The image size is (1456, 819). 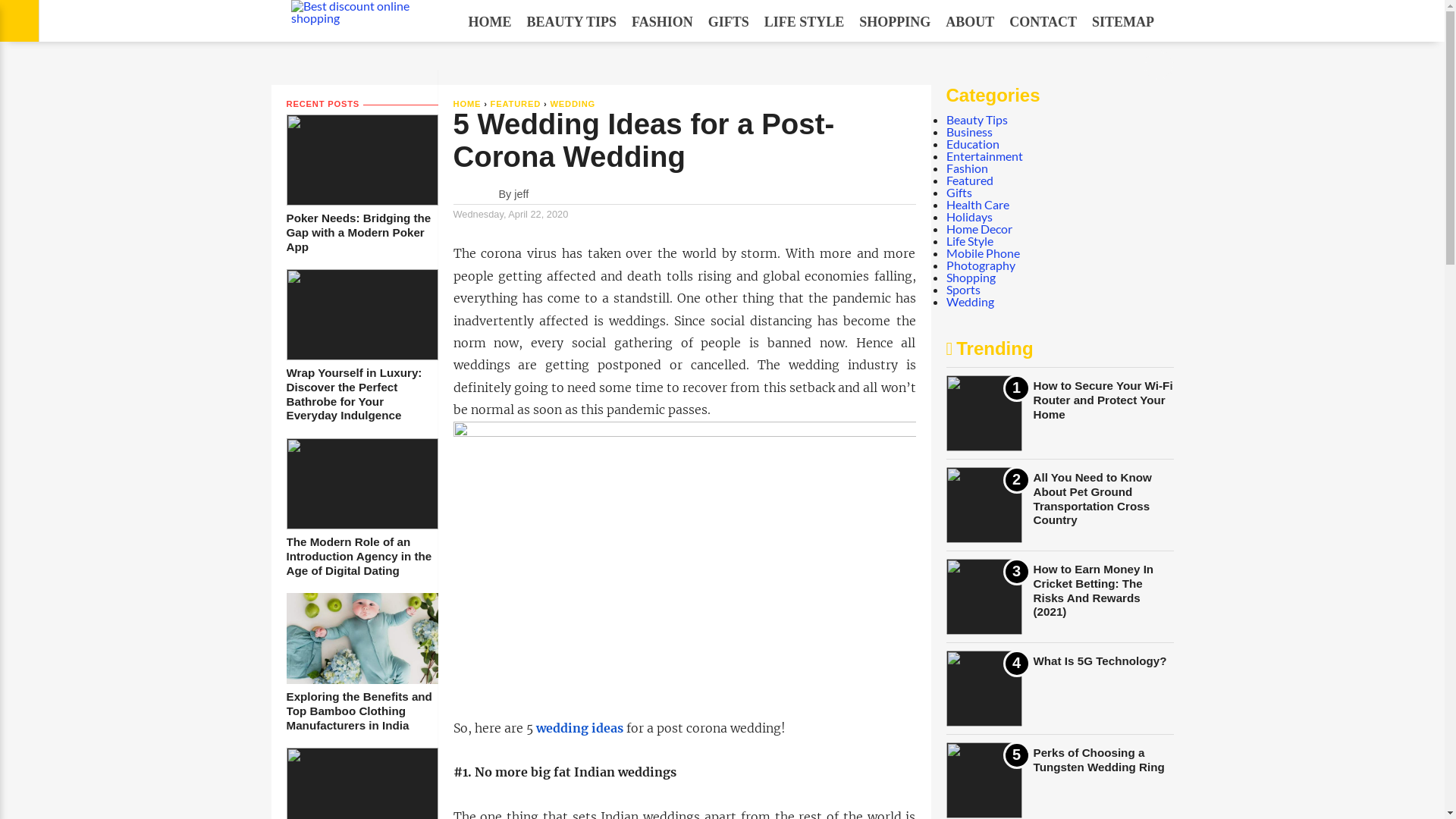 I want to click on 'ABOUT', so click(x=968, y=22).